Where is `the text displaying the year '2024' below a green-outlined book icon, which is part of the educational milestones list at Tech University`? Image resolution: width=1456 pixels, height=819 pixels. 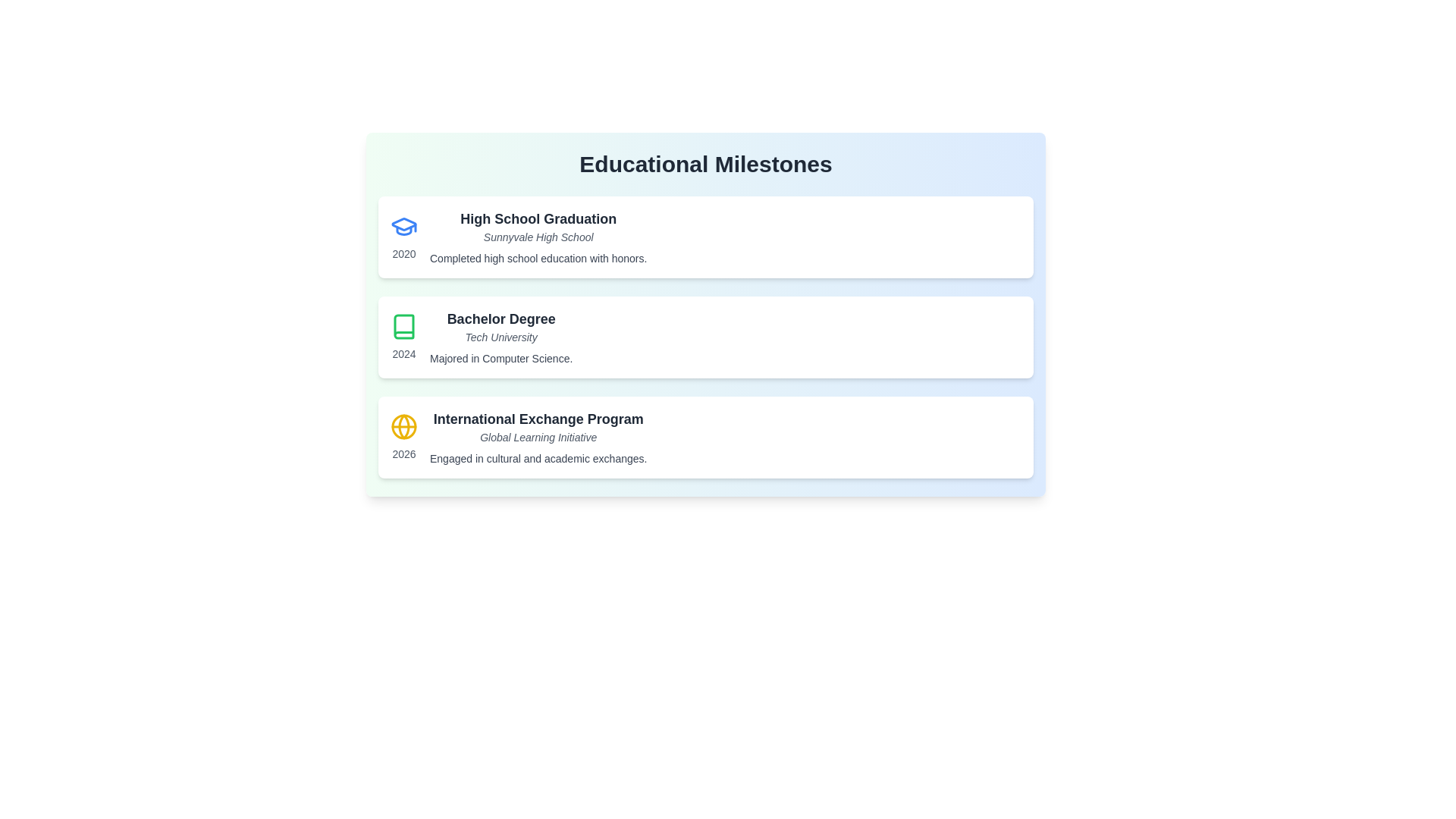 the text displaying the year '2024' below a green-outlined book icon, which is part of the educational milestones list at Tech University is located at coordinates (403, 336).